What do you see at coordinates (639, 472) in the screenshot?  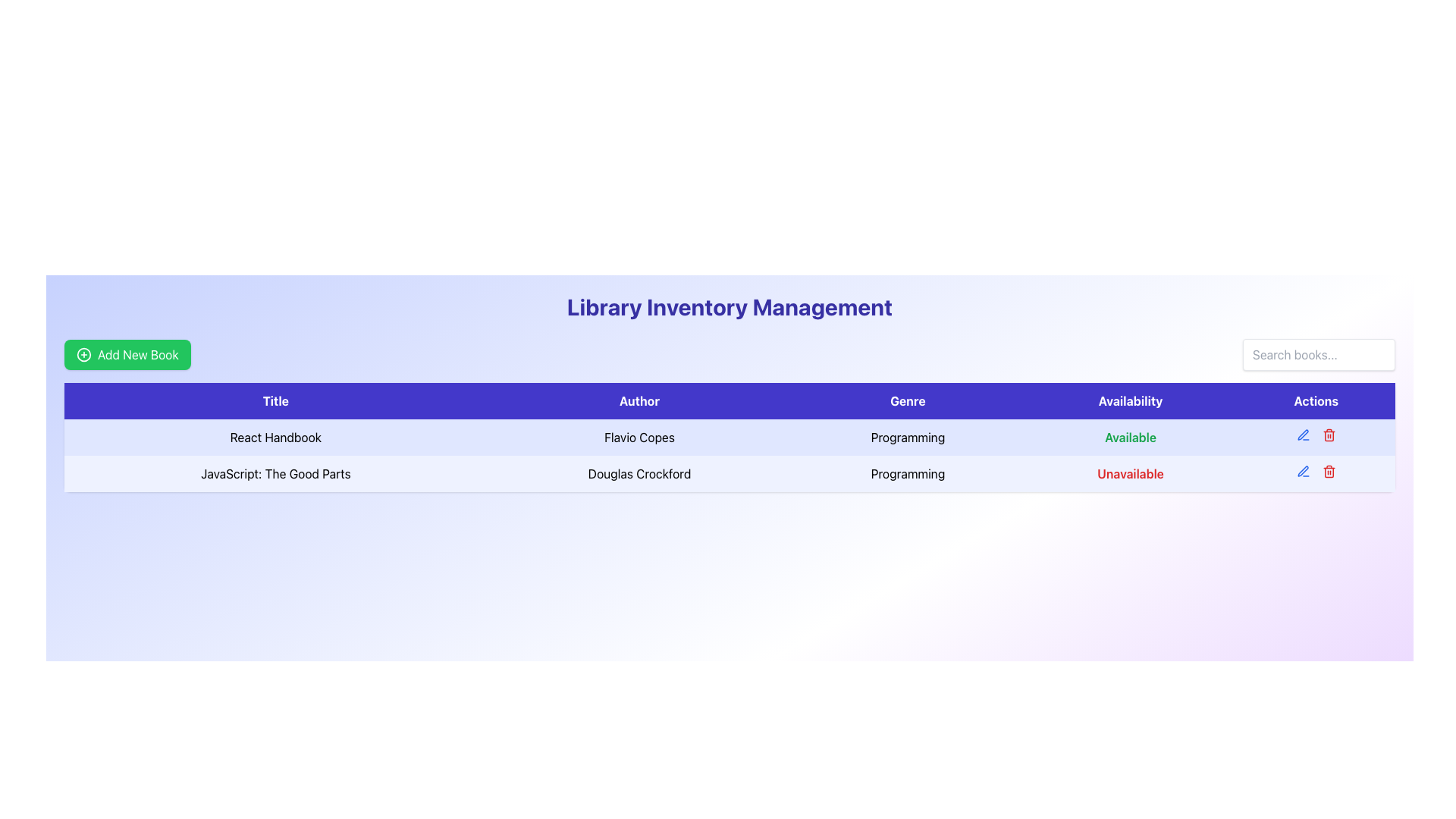 I see `text content displayed in the text field showing 'Douglas Crockford' in a black font against a light blue background, located in the second row of the table under the 'Author' column` at bounding box center [639, 472].